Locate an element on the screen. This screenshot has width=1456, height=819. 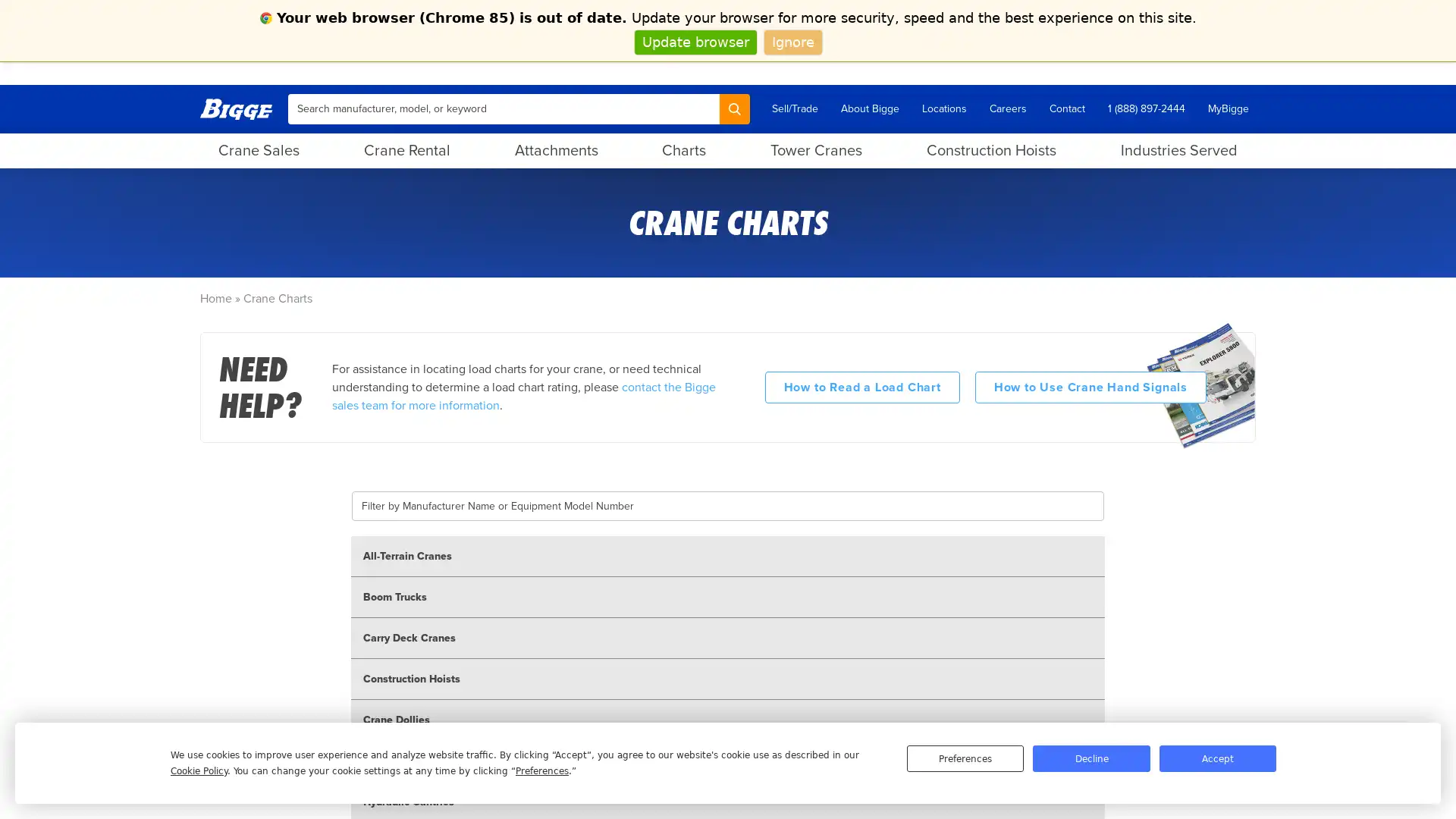
Decline is located at coordinates (1090, 758).